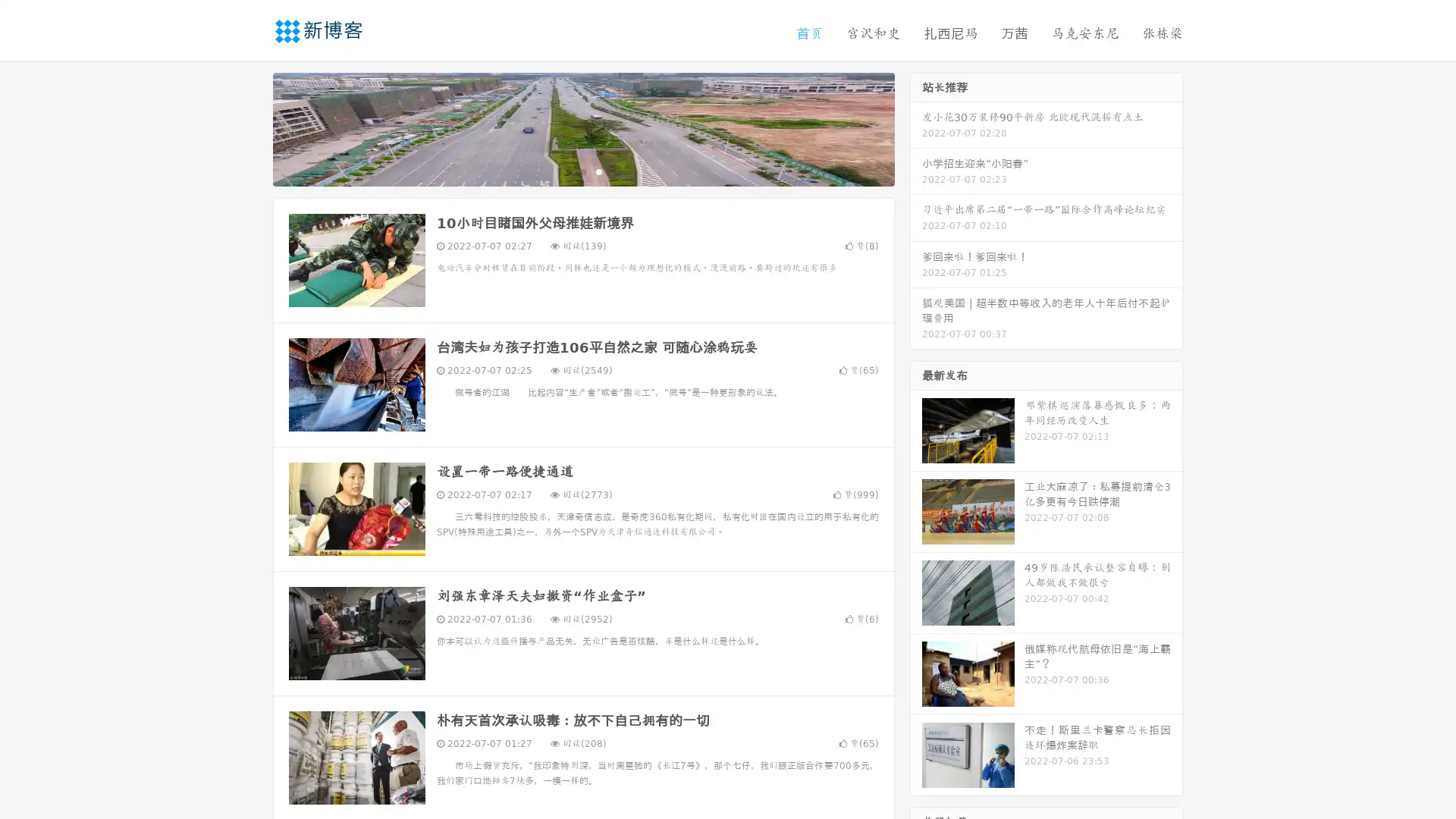  I want to click on Go to slide 2, so click(582, 171).